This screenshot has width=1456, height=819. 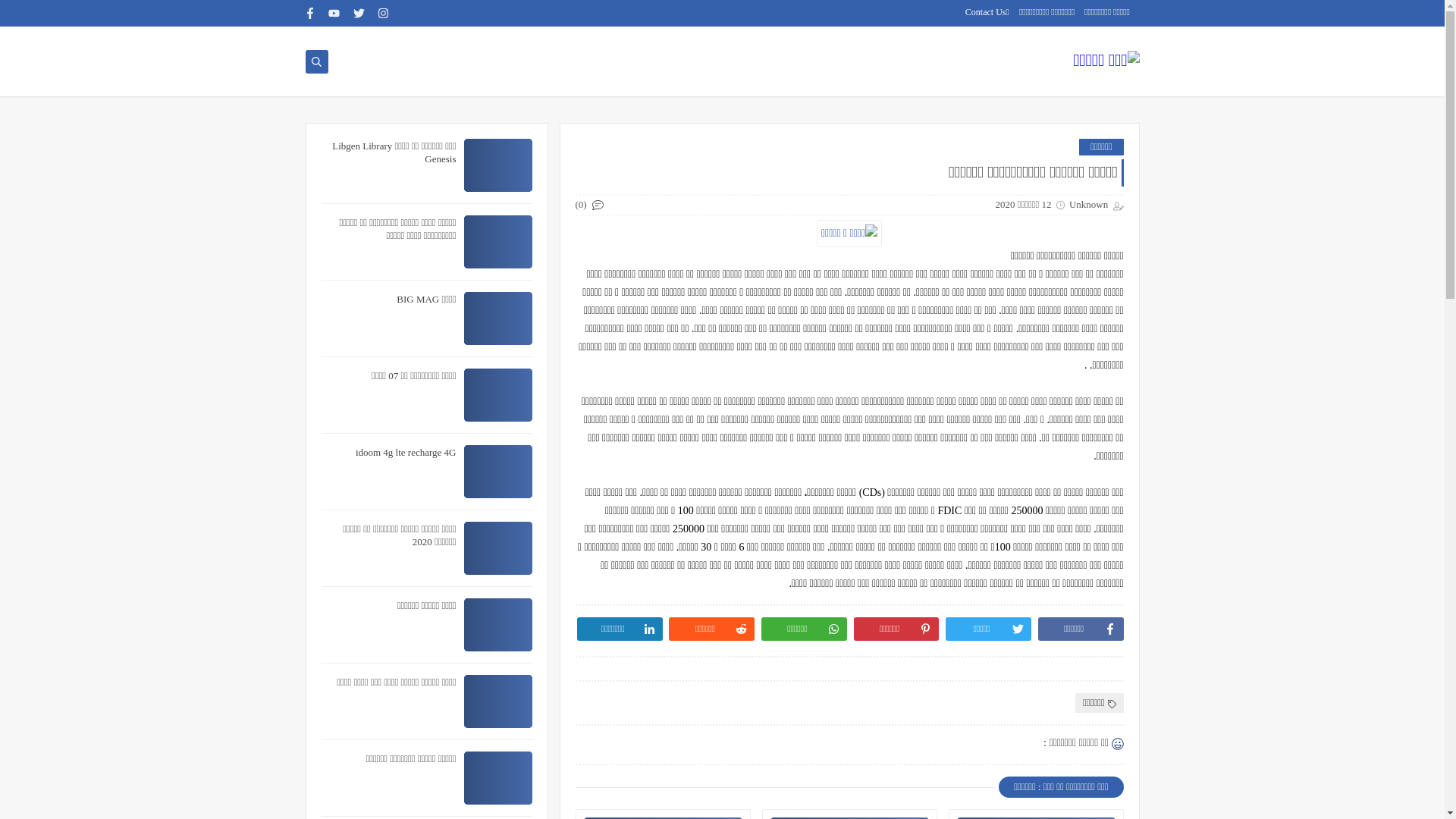 I want to click on 'instagram', so click(x=372, y=13).